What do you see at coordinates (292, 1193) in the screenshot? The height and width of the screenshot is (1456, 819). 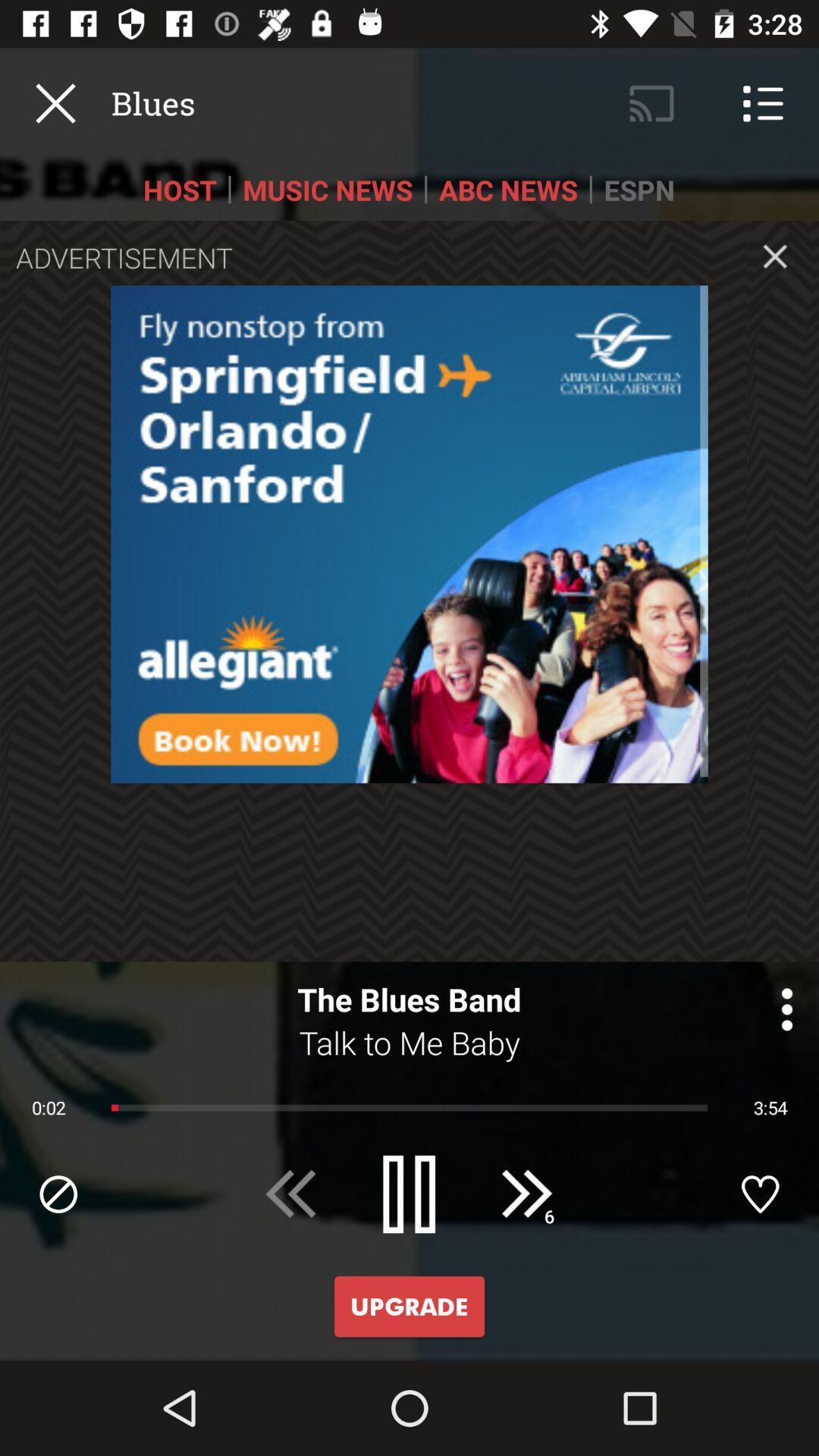 I see `the av_rewind icon` at bounding box center [292, 1193].